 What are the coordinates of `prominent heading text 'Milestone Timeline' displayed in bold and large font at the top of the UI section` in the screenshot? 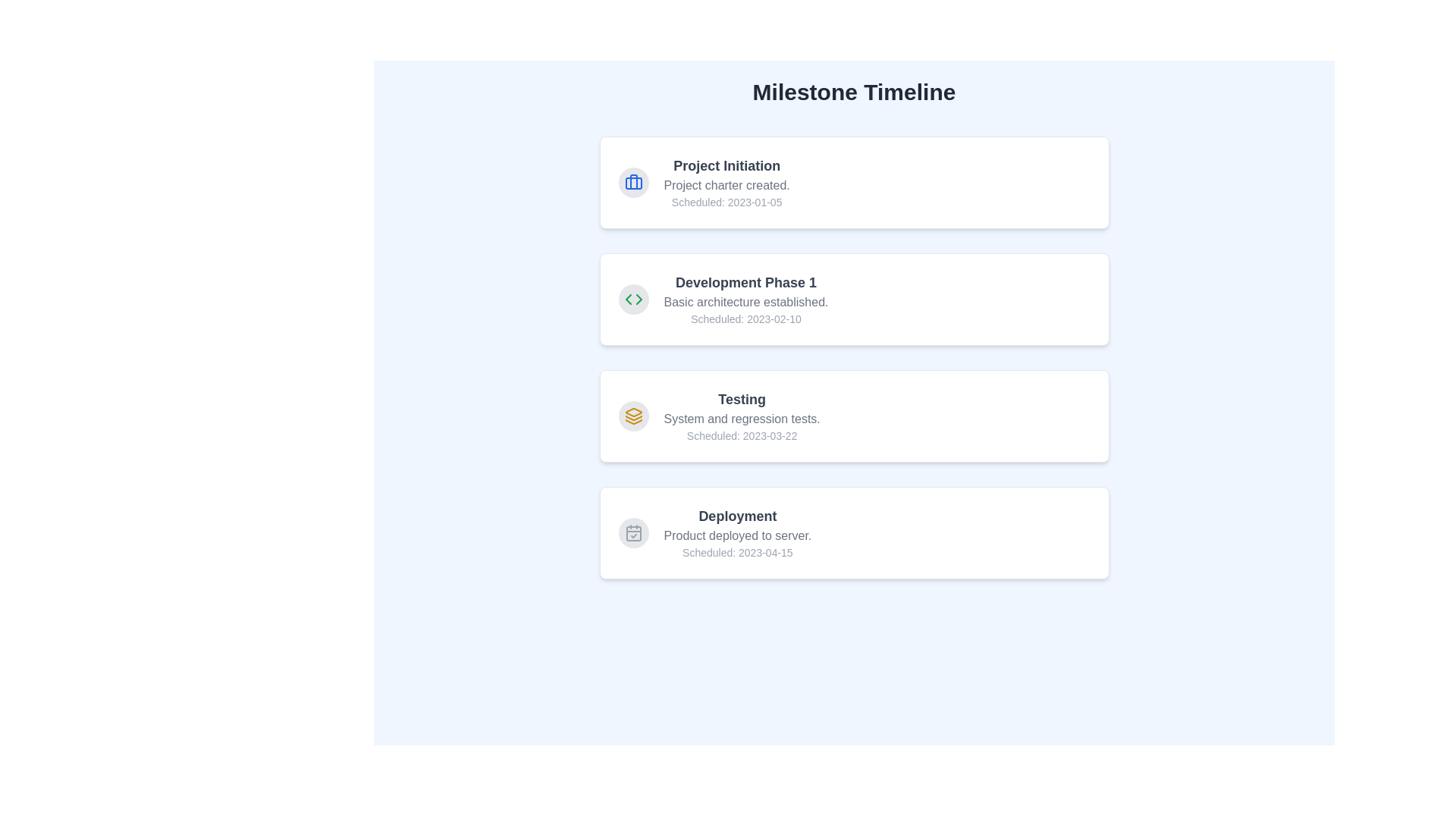 It's located at (854, 93).